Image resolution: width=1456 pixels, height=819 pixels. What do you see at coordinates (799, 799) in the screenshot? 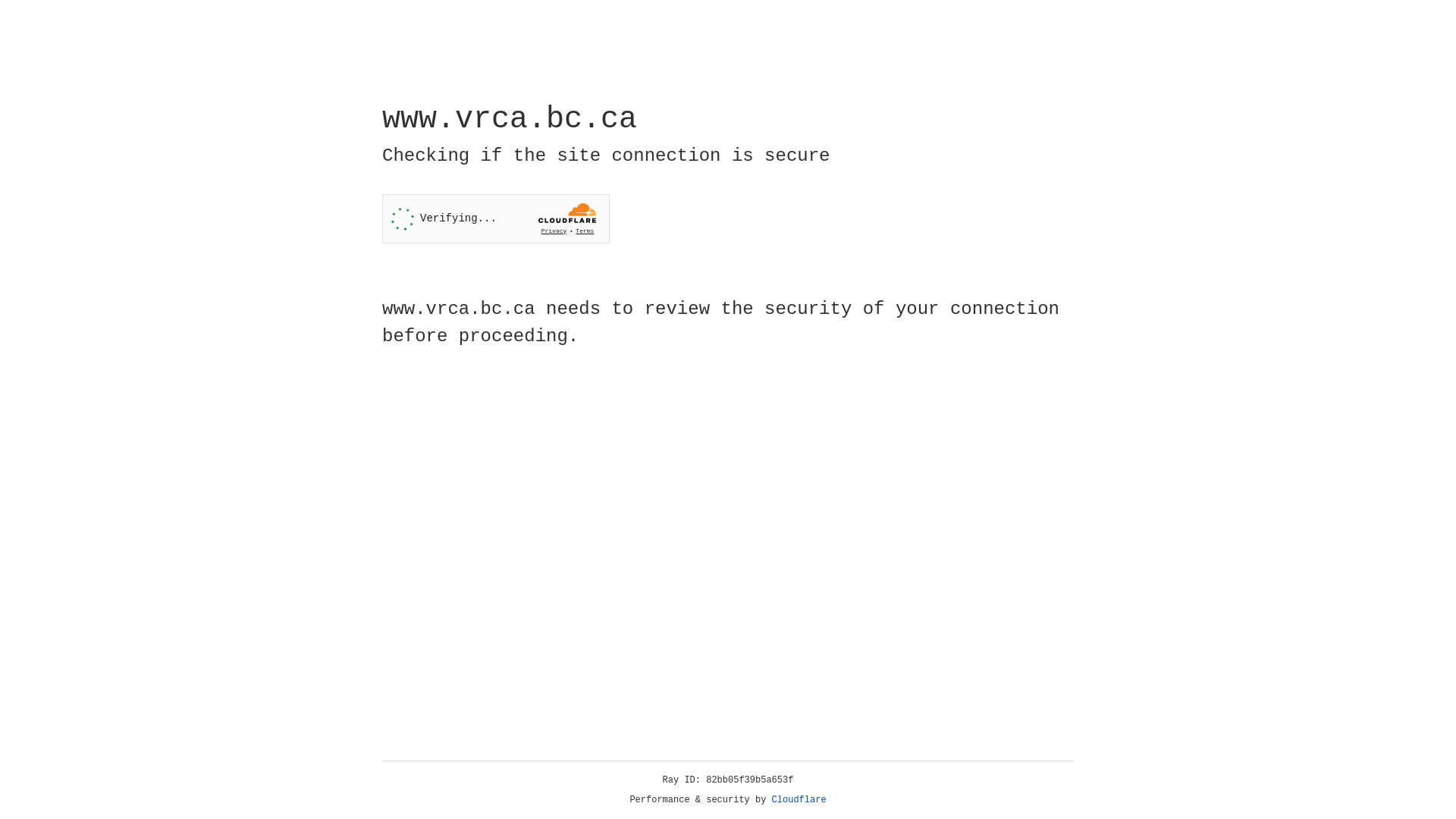
I see `'Cloudflare'` at bounding box center [799, 799].